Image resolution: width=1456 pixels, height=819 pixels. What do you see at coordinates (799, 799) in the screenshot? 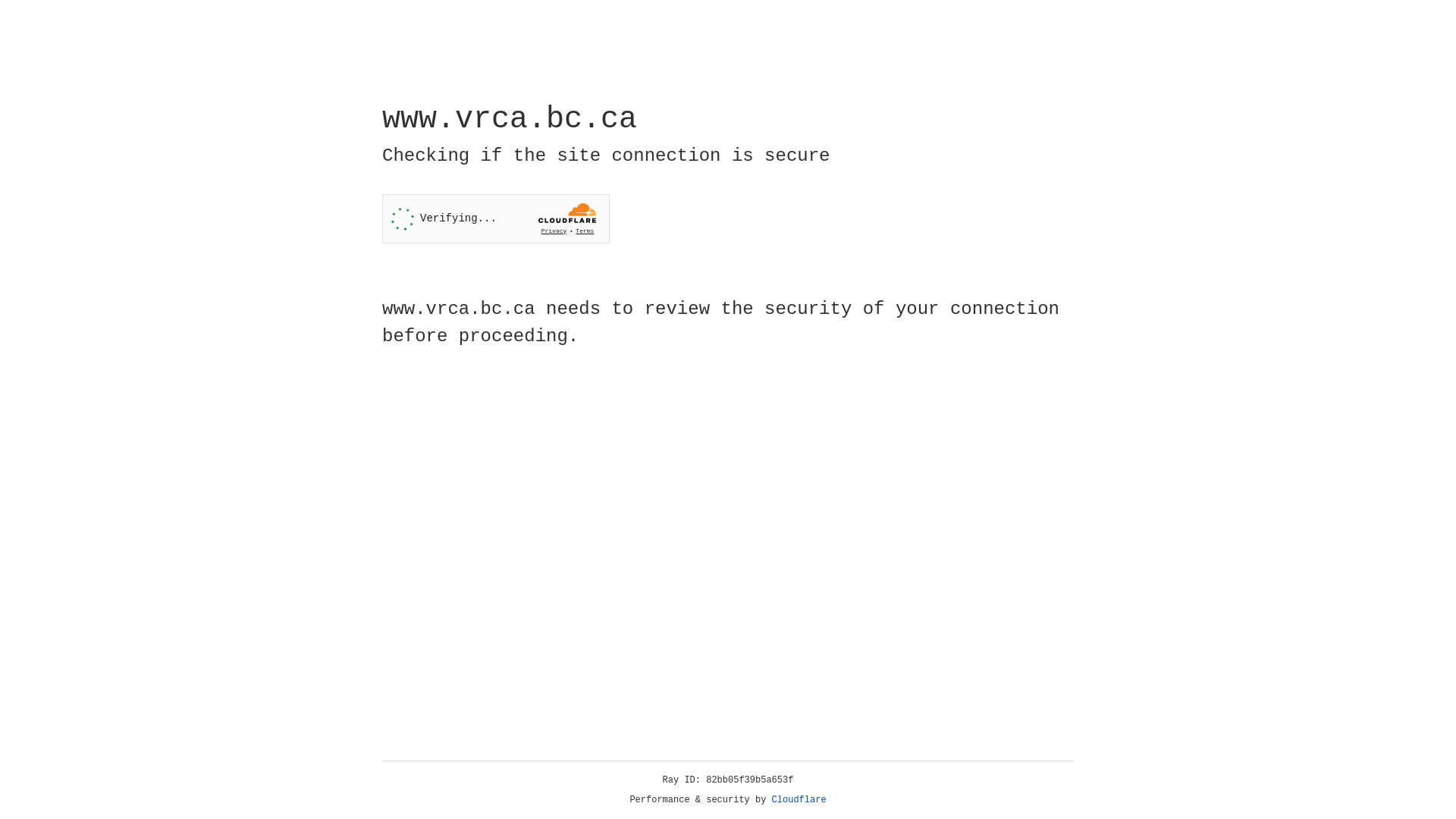
I see `'Cloudflare'` at bounding box center [799, 799].